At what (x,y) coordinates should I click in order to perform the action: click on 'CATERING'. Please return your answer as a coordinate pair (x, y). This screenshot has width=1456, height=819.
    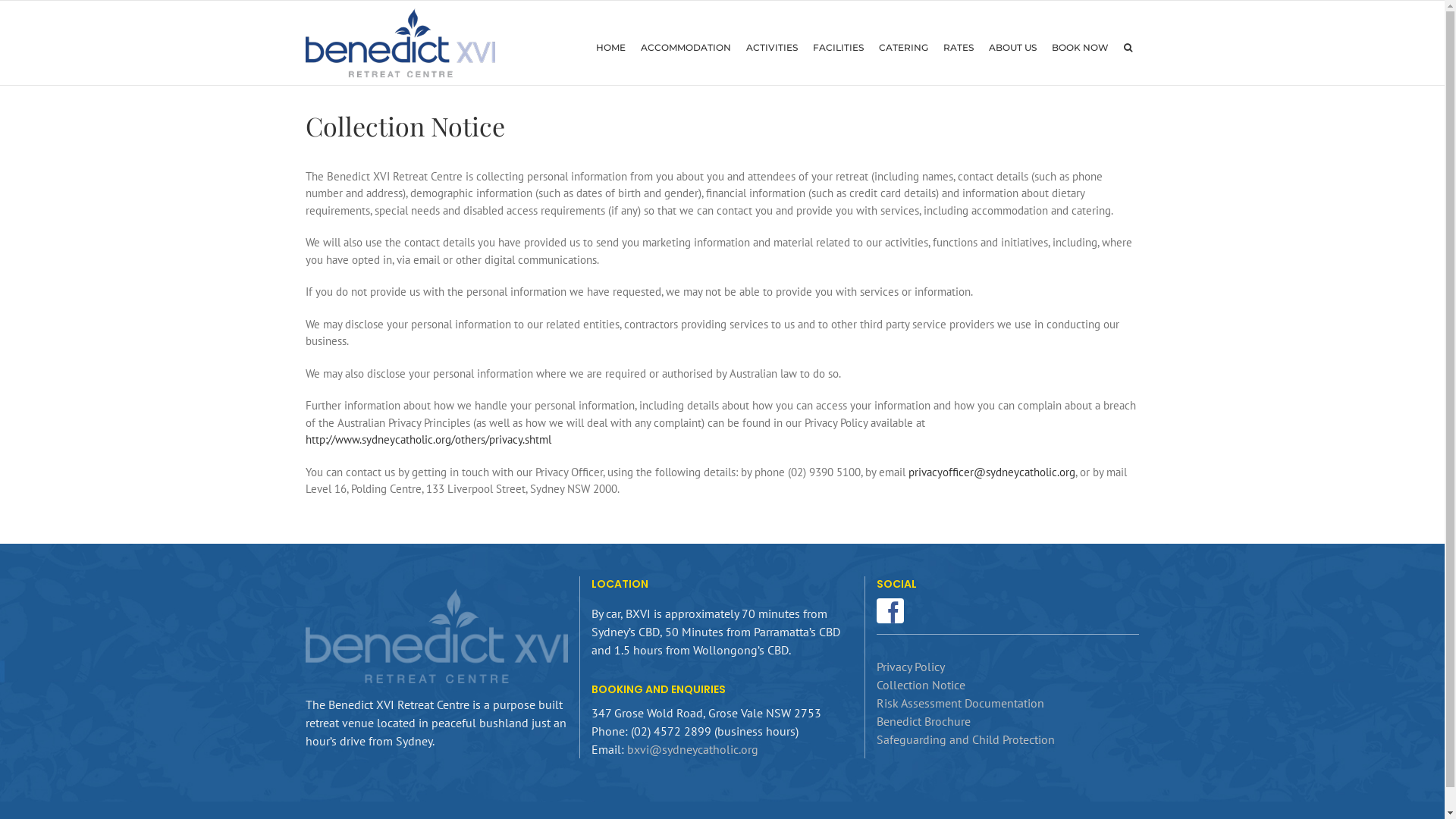
    Looking at the image, I should click on (902, 46).